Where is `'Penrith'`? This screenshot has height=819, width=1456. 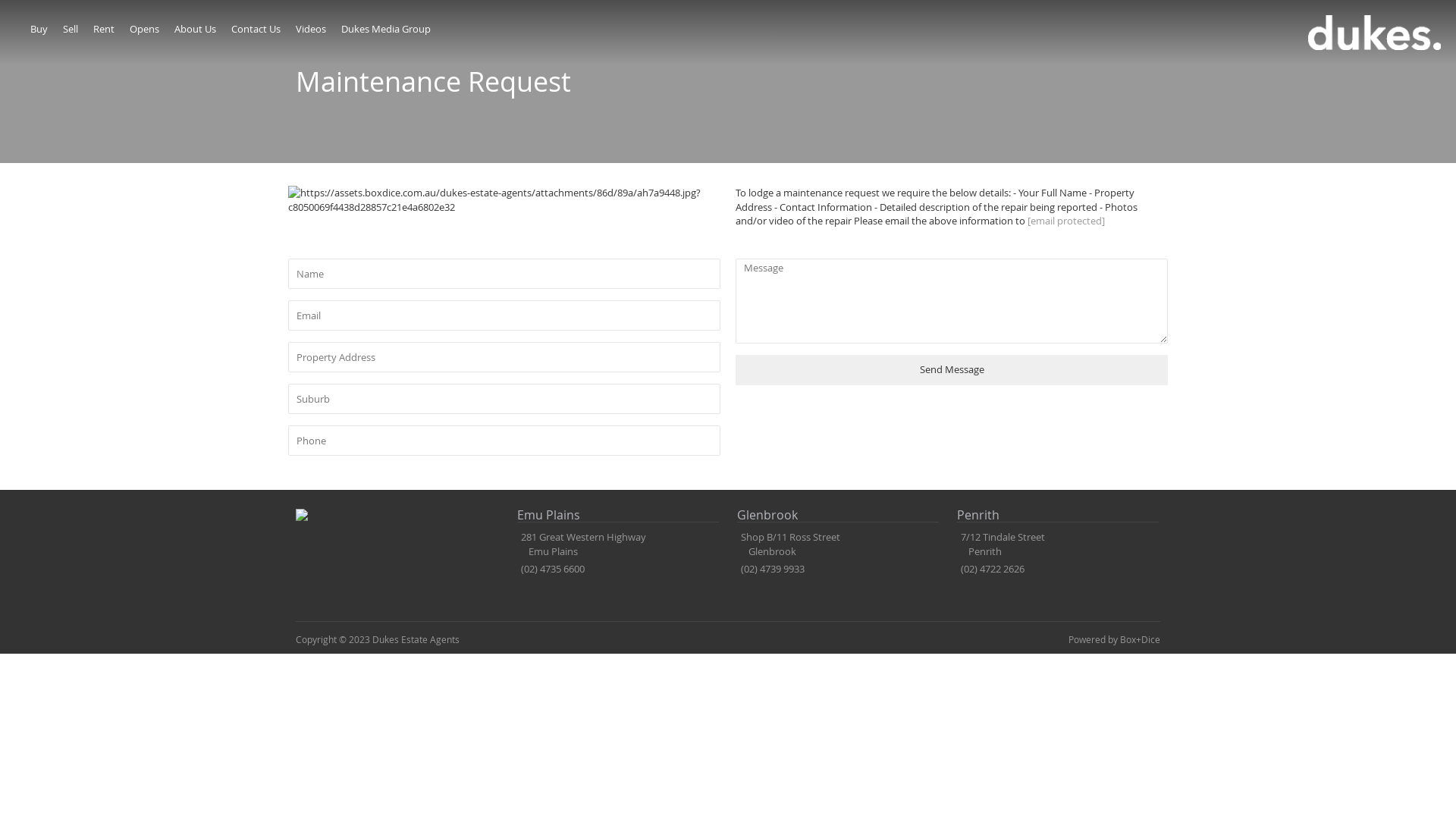 'Penrith' is located at coordinates (1057, 515).